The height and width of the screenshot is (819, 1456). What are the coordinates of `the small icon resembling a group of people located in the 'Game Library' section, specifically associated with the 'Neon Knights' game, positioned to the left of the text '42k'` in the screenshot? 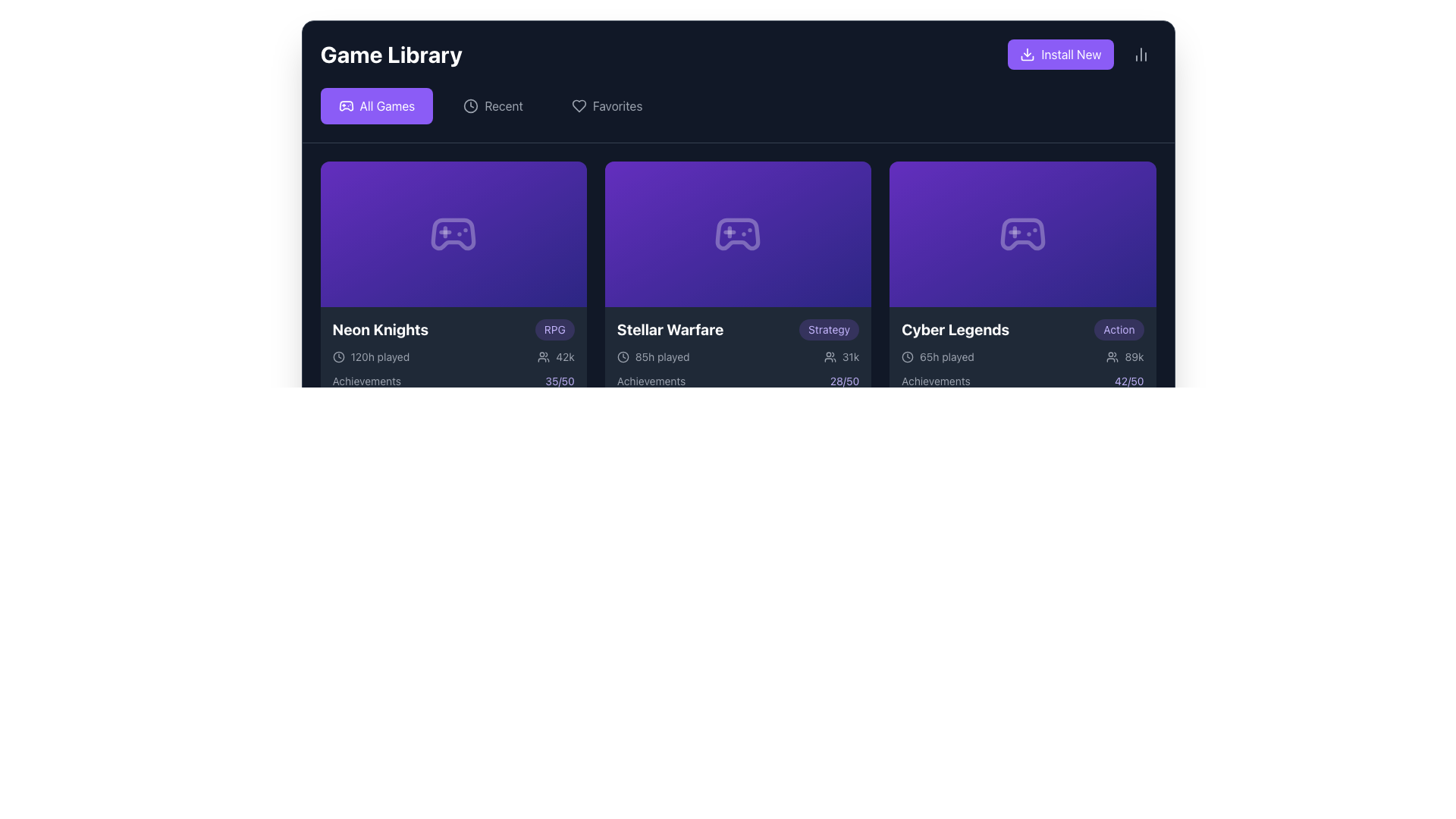 It's located at (544, 356).